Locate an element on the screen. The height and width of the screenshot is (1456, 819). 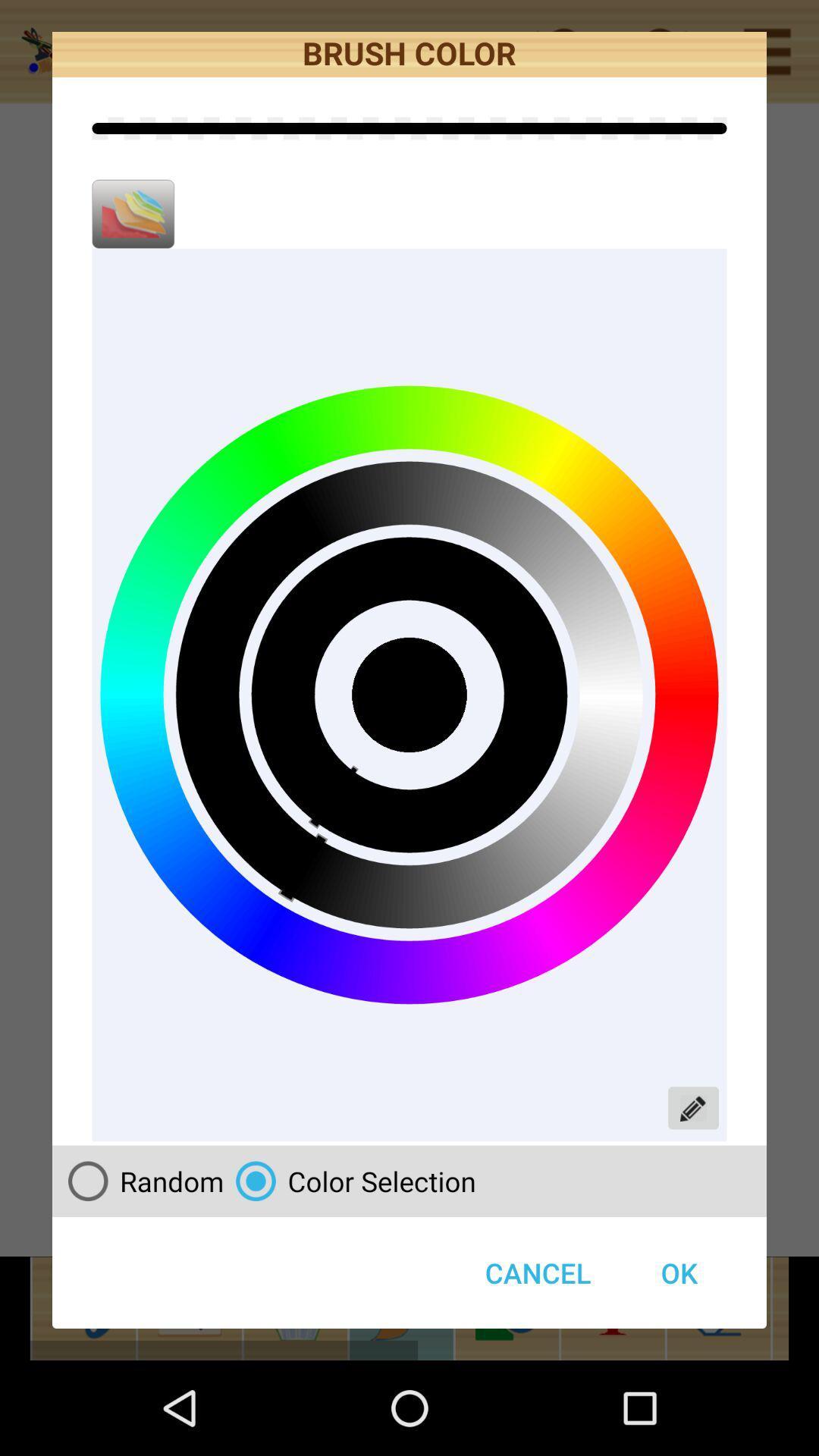
the random is located at coordinates (140, 1180).